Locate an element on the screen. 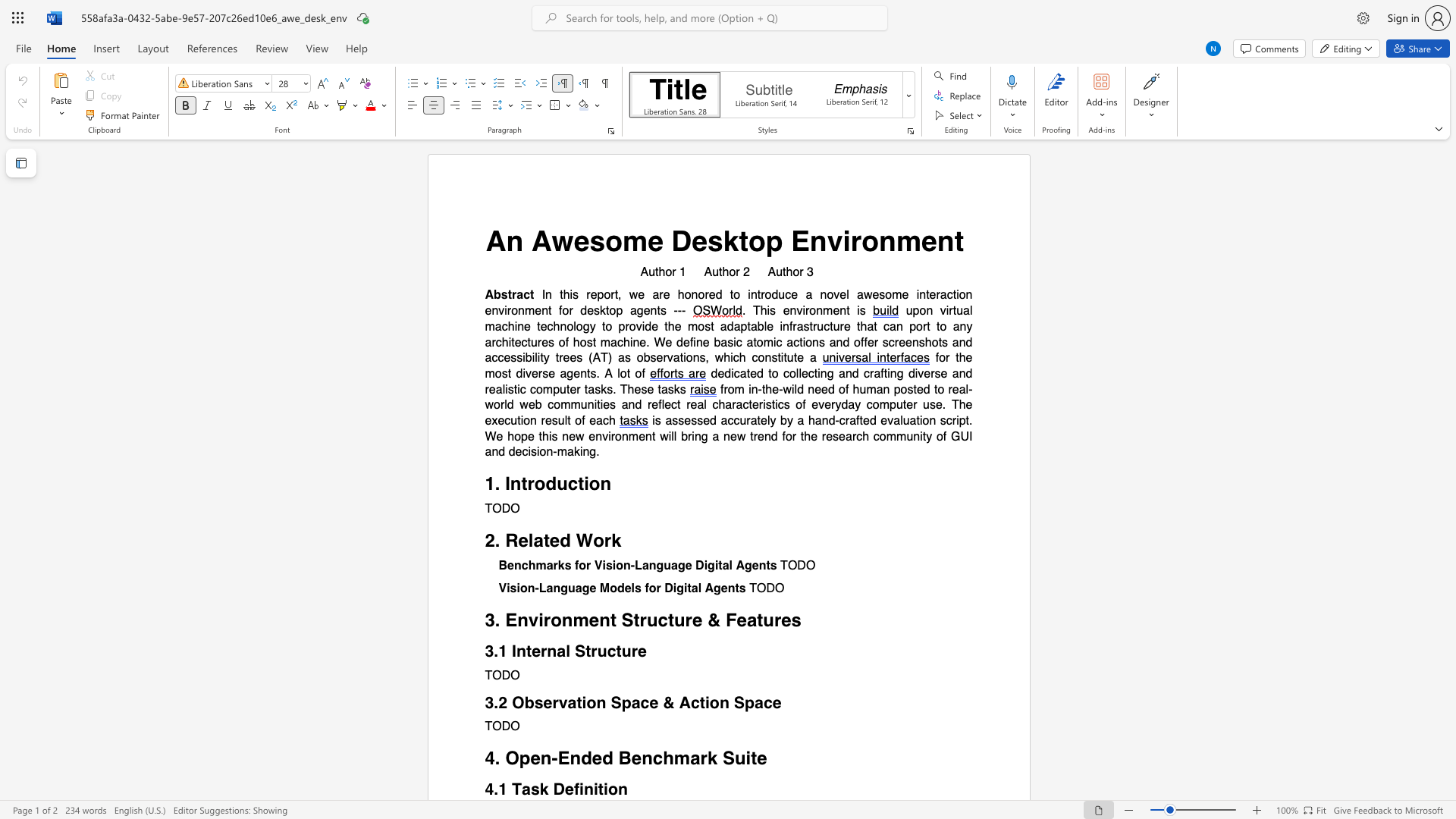 The height and width of the screenshot is (819, 1456). the subset text "This enviro" within the text ". This environment is" is located at coordinates (752, 310).